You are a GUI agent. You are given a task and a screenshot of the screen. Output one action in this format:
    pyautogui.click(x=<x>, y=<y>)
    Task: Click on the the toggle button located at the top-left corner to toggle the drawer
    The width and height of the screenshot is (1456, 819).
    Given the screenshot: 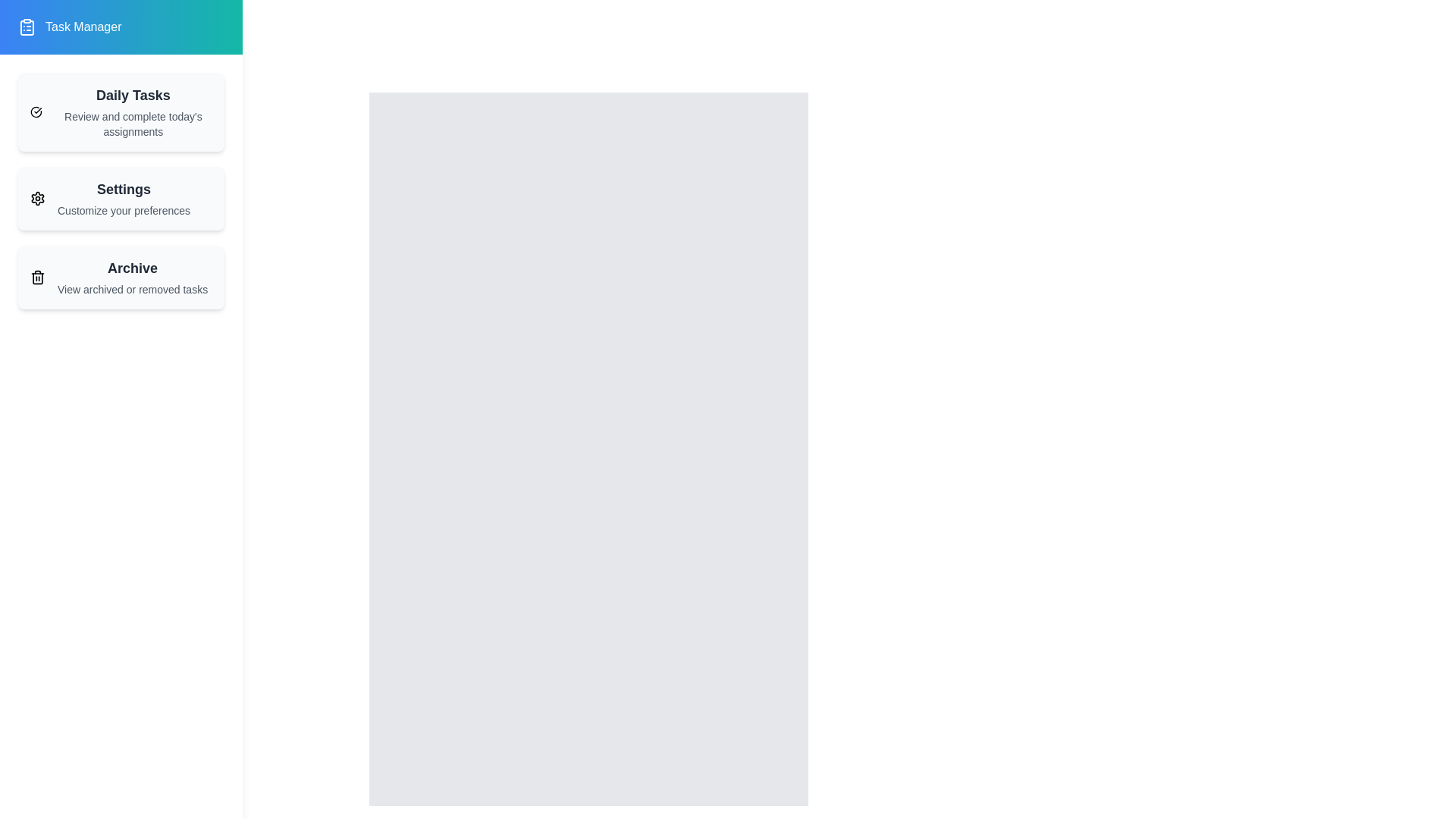 What is the action you would take?
    pyautogui.click(x=45, y=48)
    